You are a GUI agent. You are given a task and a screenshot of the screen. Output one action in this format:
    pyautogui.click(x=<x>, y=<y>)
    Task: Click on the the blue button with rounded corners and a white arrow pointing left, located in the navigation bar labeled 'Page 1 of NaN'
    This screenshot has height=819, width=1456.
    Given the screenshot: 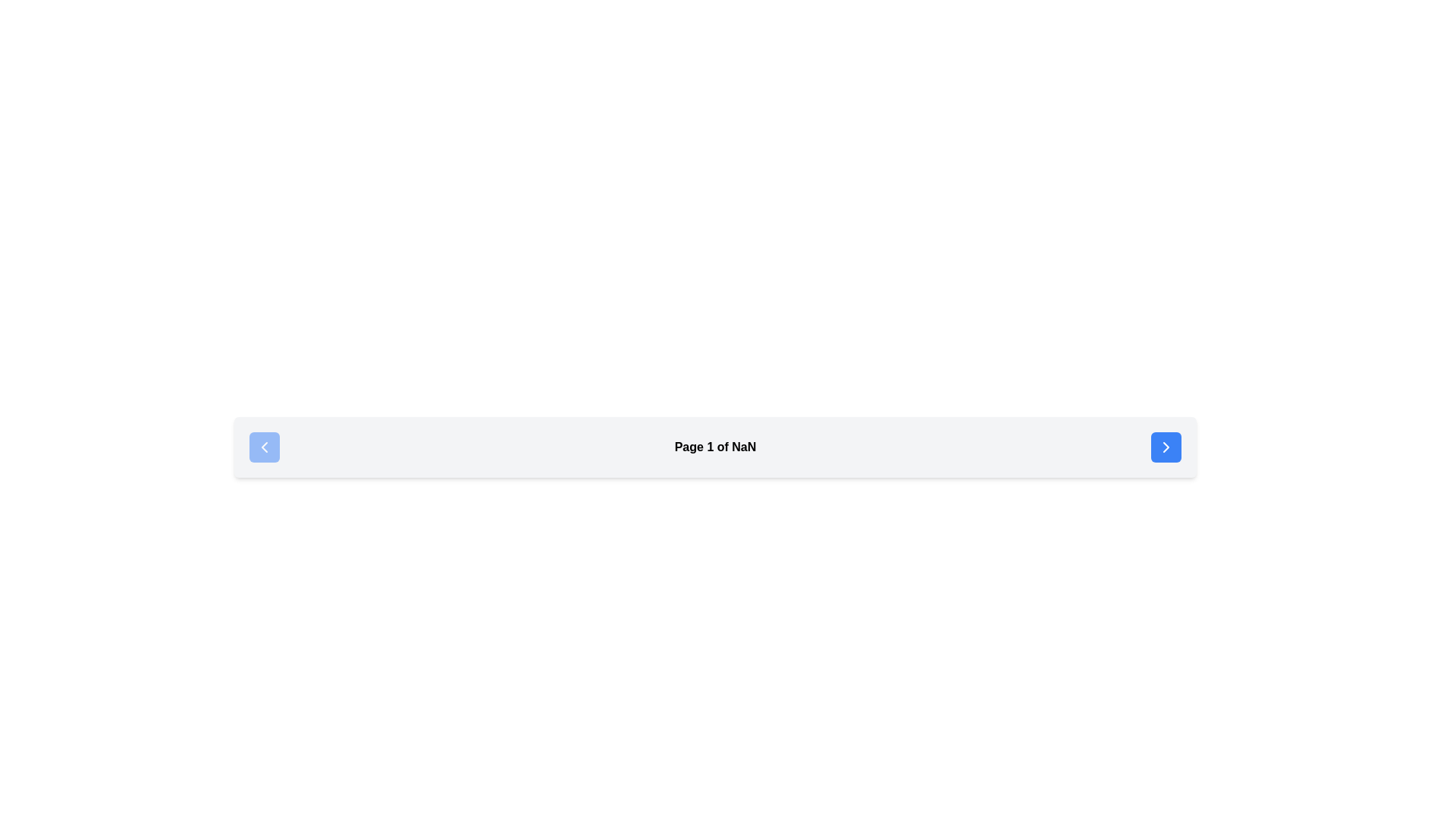 What is the action you would take?
    pyautogui.click(x=265, y=447)
    